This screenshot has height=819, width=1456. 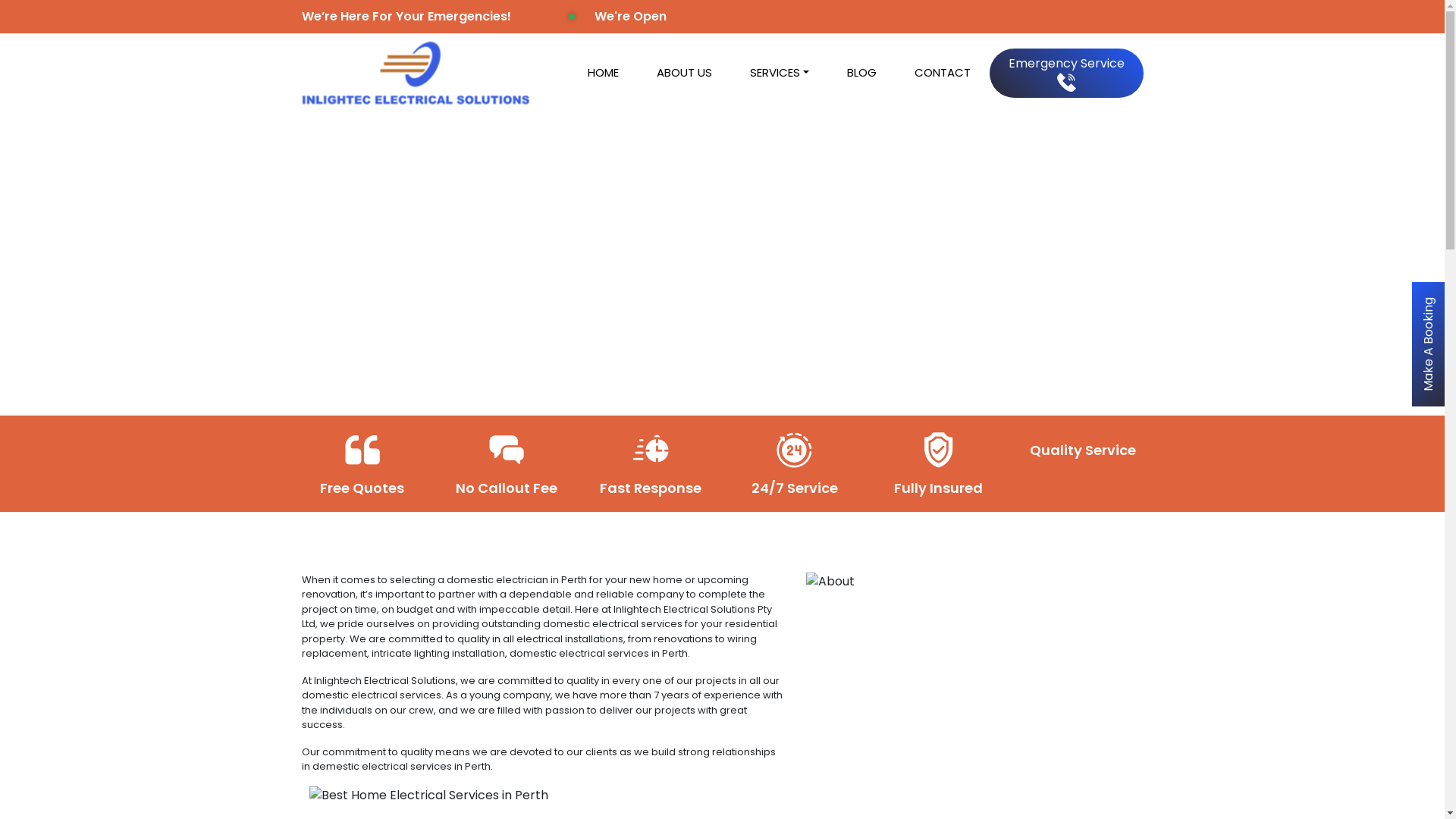 I want to click on 'HOME', so click(x=602, y=73).